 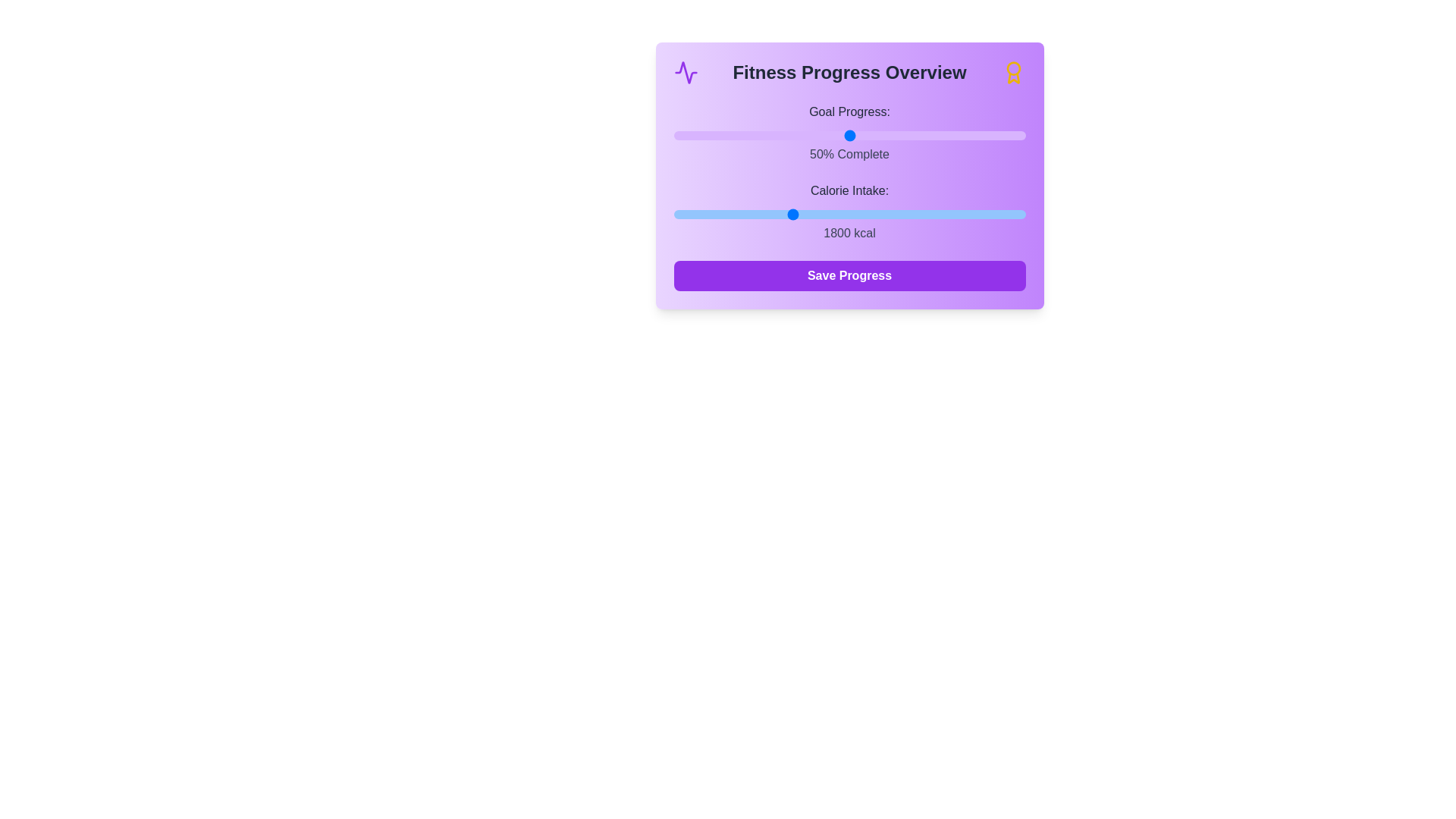 What do you see at coordinates (849, 212) in the screenshot?
I see `the blue rounded handle of the A range slider for adjusting the calorie intake value from 1800 kcal` at bounding box center [849, 212].